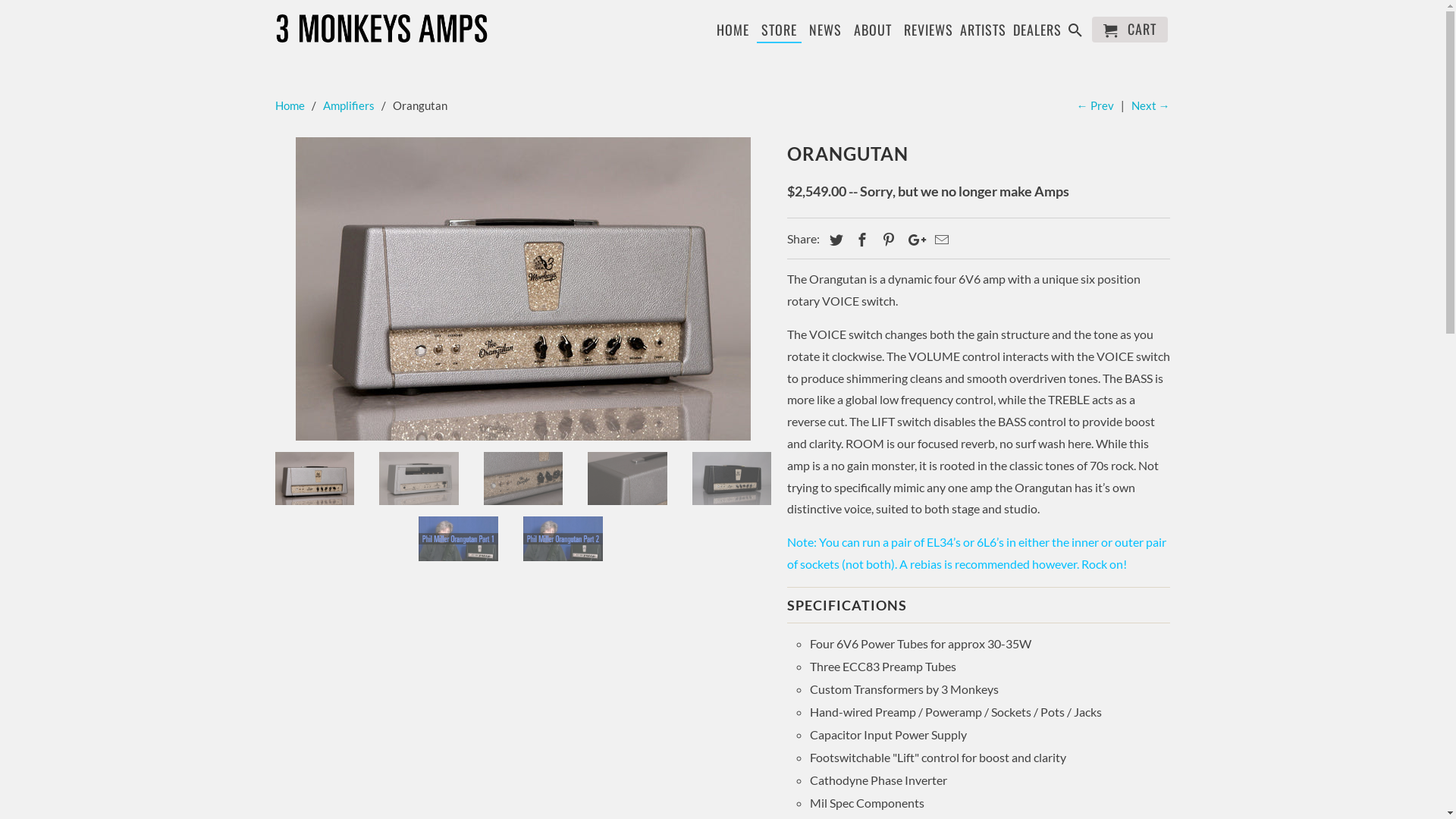 This screenshot has height=819, width=1456. Describe the element at coordinates (873, 28) in the screenshot. I see `'ABOUT'` at that location.